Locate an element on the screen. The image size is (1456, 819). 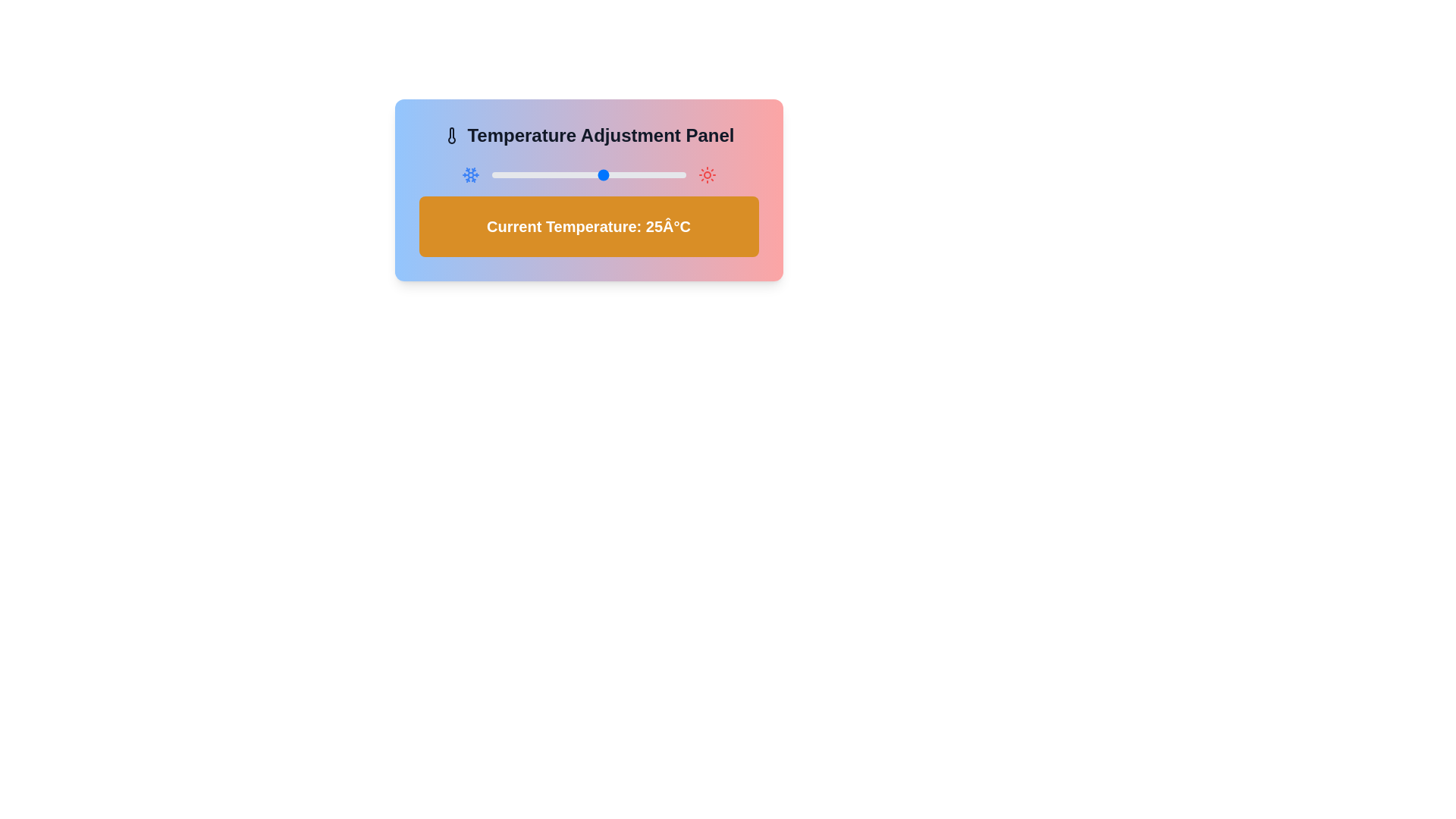
the temperature to 33°C using the slider is located at coordinates (630, 174).